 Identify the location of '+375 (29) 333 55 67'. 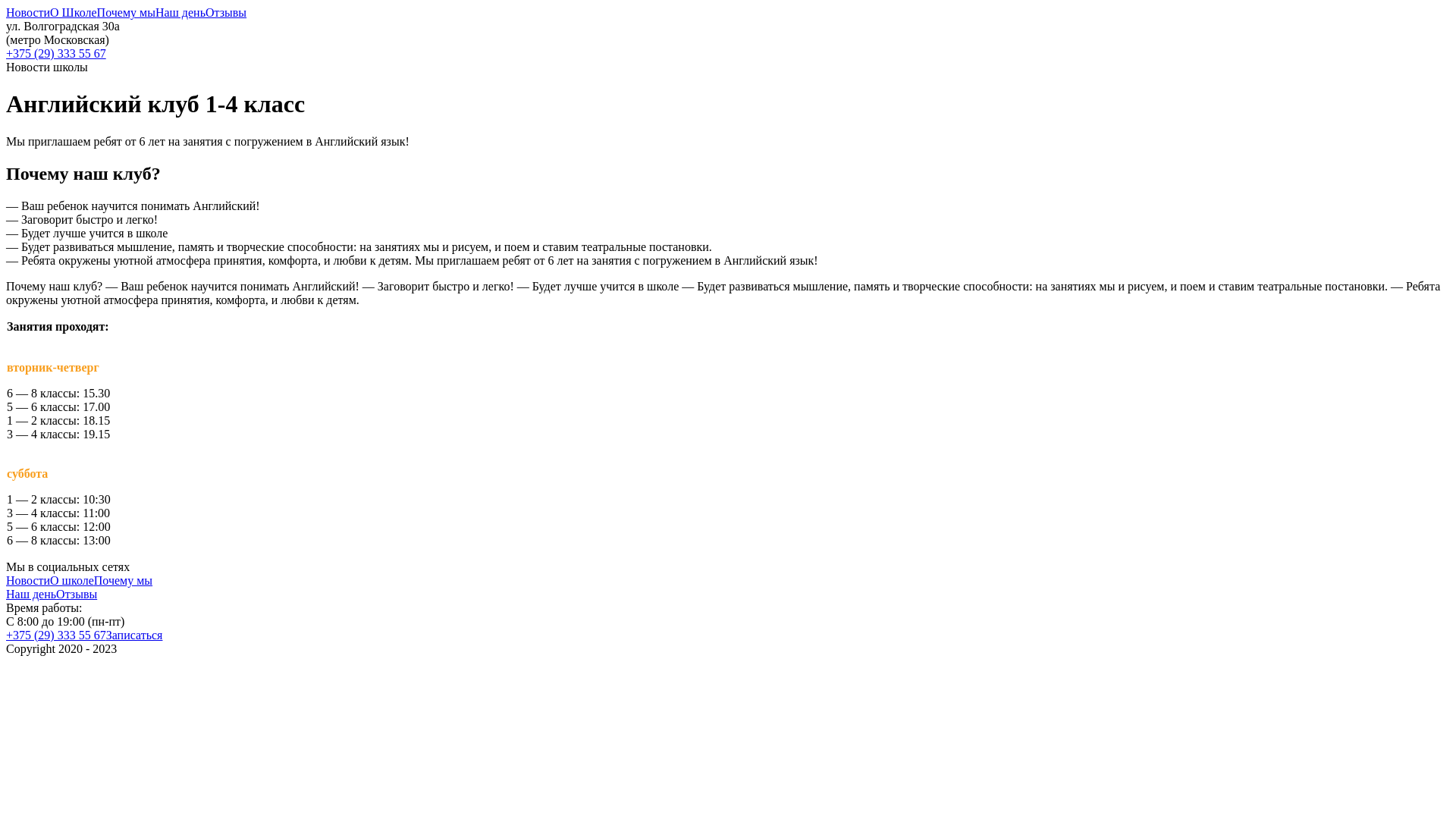
(55, 635).